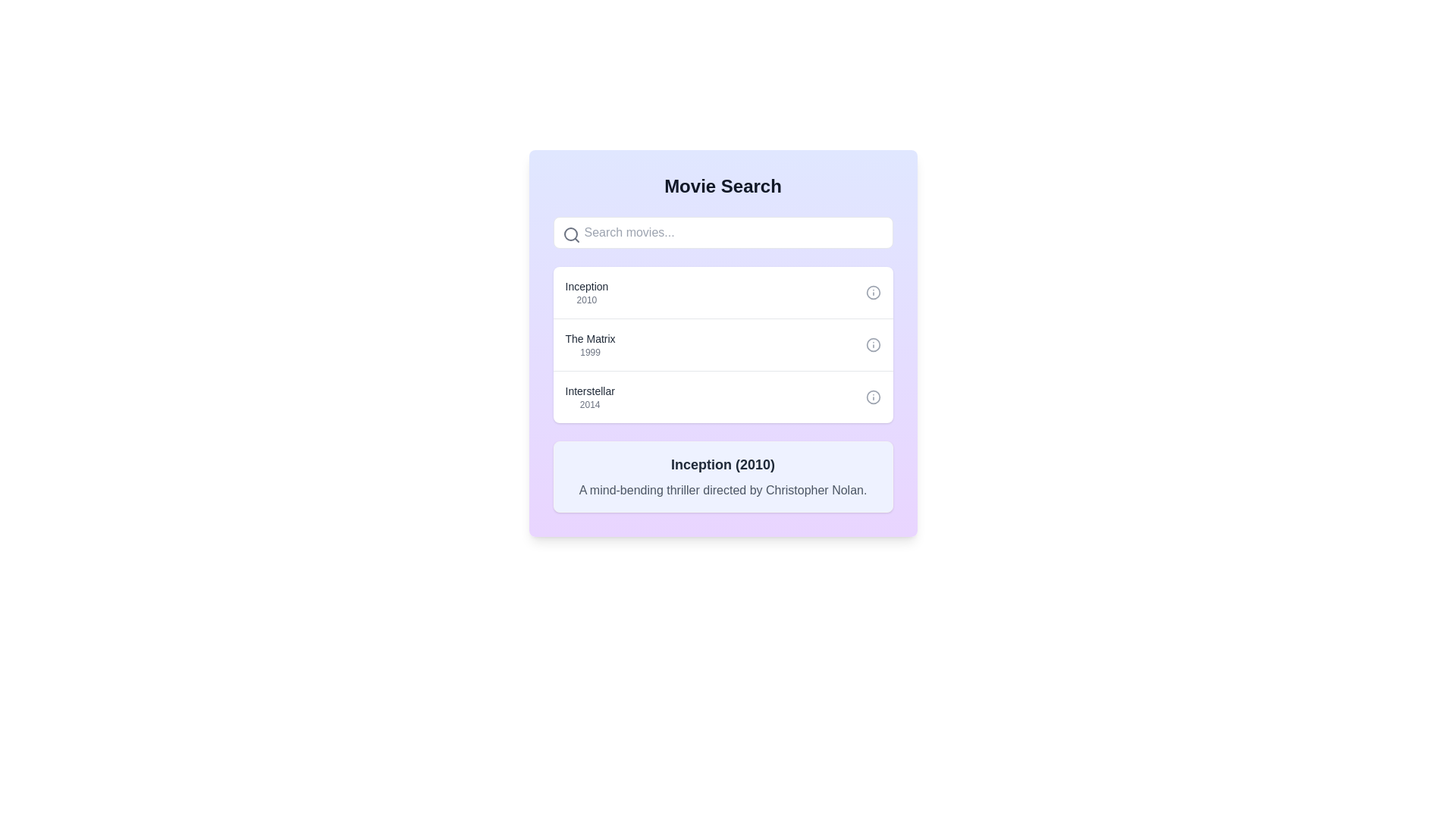  What do you see at coordinates (873, 345) in the screenshot?
I see `the information icon represented by a circular outline with an 'i' glyph, located to the far right of the row associated with 'The Matrix' (1999)` at bounding box center [873, 345].